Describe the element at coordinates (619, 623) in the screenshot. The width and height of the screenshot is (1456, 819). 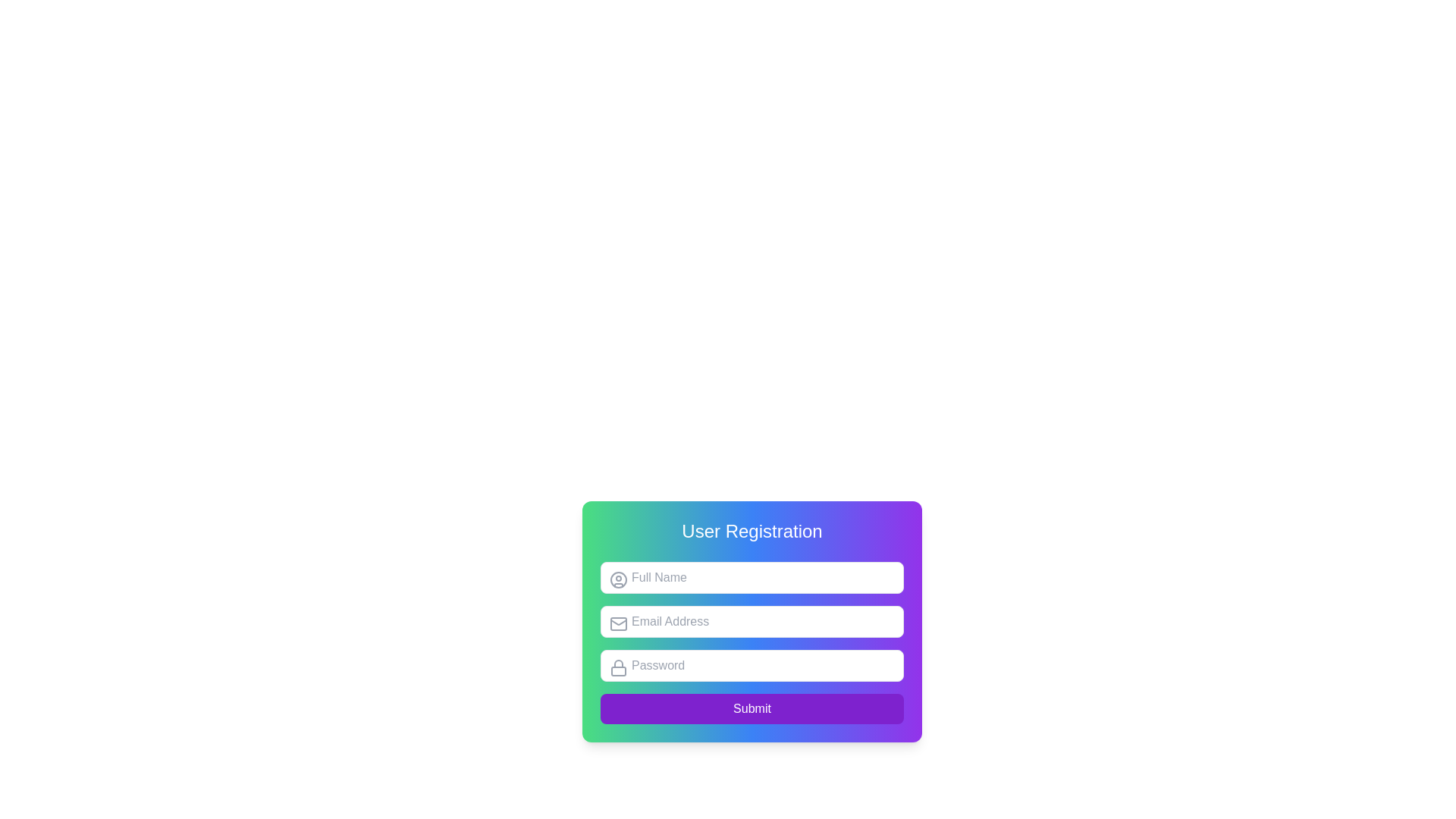
I see `the email address icon located at the top-left corner of the email input field` at that location.